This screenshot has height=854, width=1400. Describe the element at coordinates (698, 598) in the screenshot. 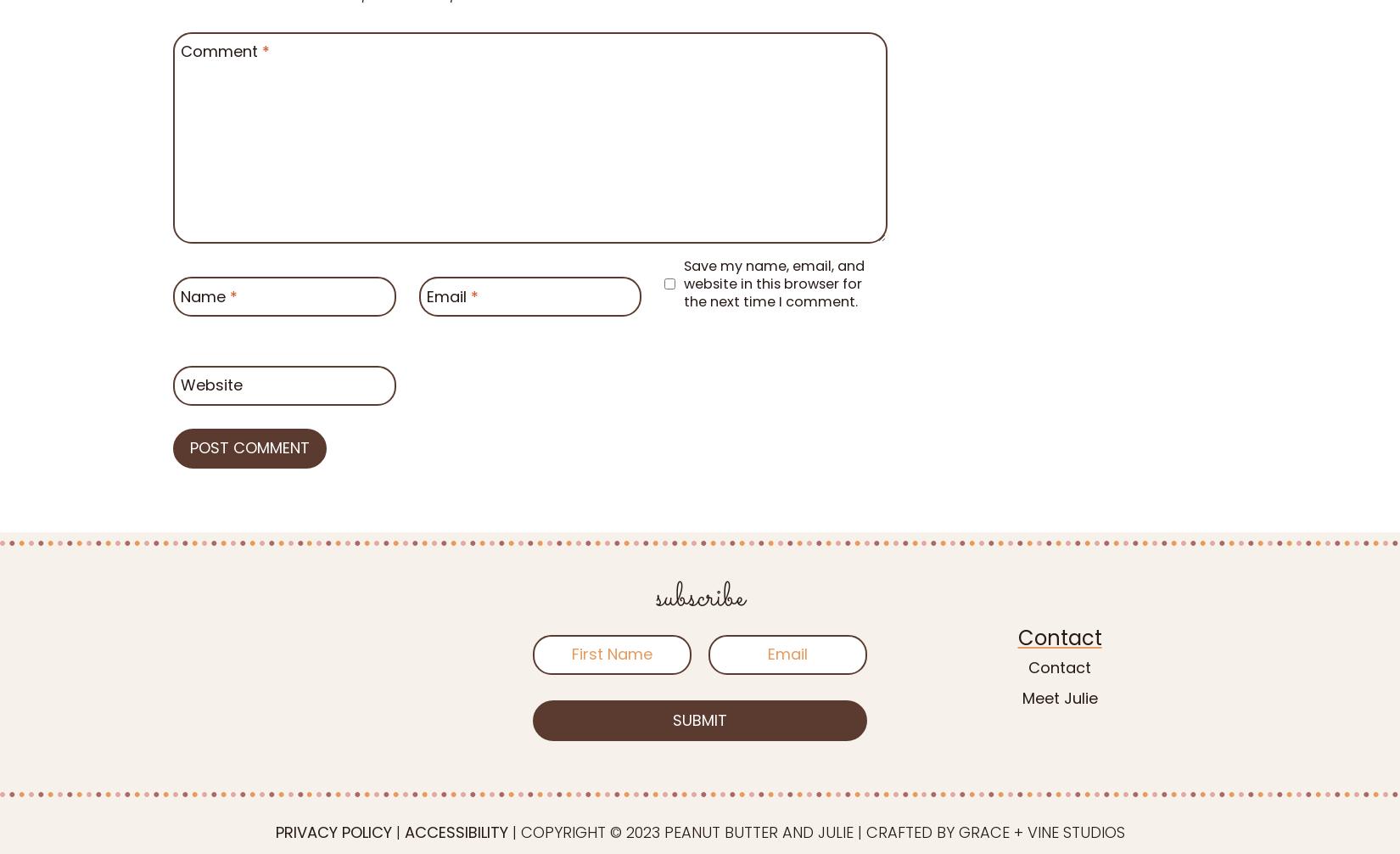

I see `'subscribe'` at that location.